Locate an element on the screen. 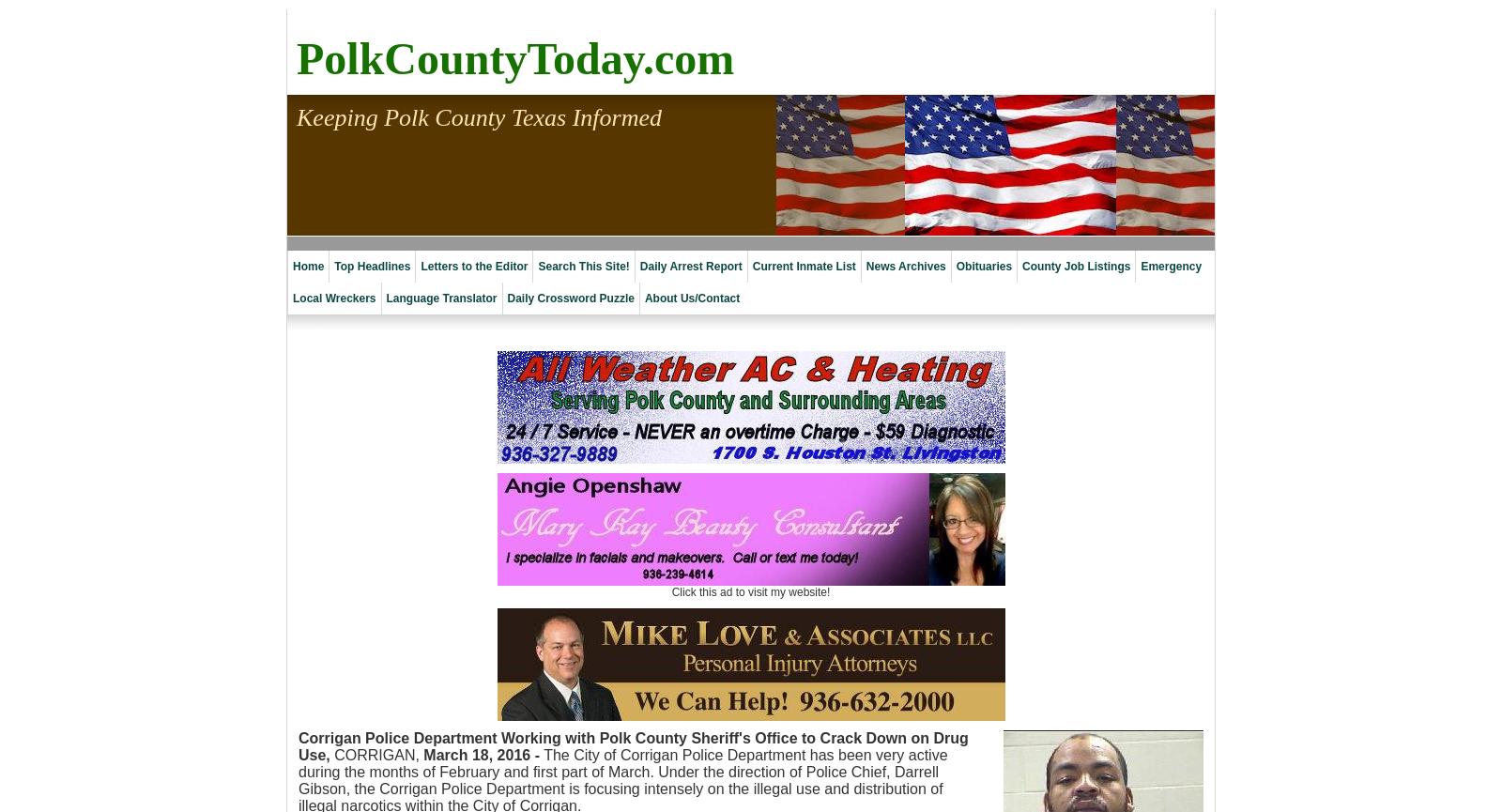 The height and width of the screenshot is (812, 1502). 'Emergency' is located at coordinates (1170, 265).